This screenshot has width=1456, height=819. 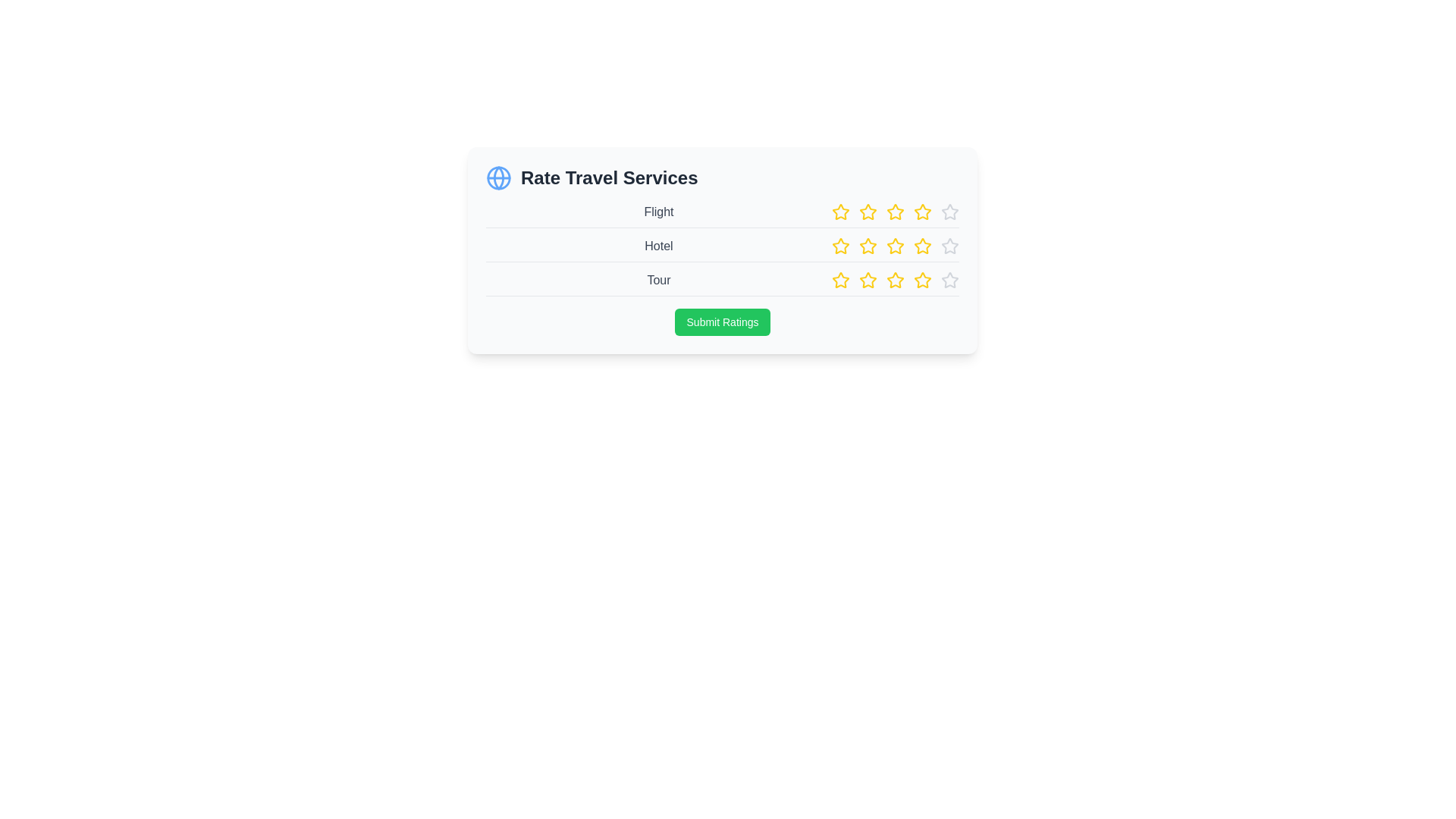 I want to click on the star-shaped button representing the second rating for the 'Hotel' category, so click(x=839, y=245).